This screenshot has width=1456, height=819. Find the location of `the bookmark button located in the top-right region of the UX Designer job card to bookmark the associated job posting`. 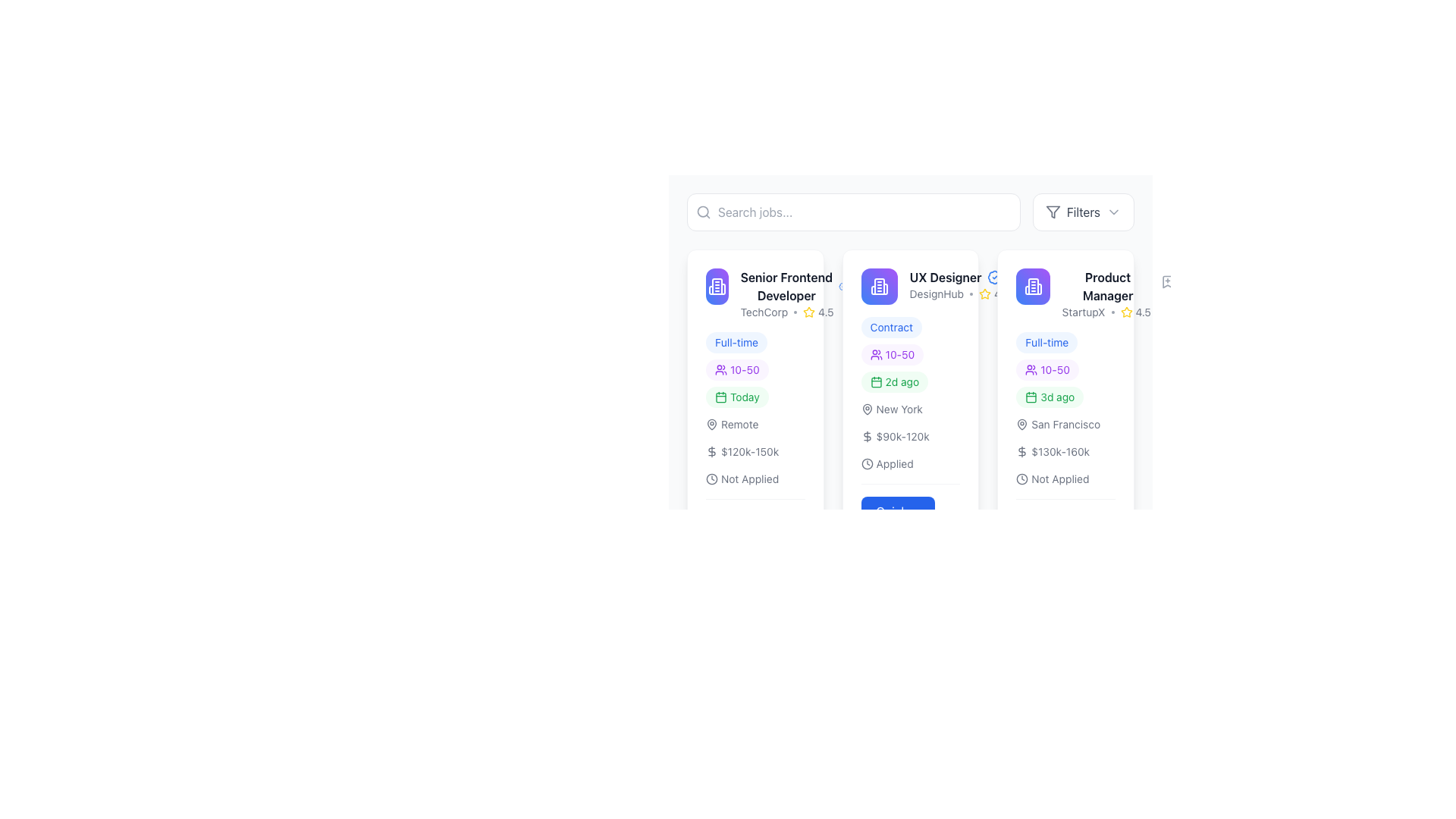

the bookmark button located in the top-right region of the UX Designer job card to bookmark the associated job posting is located at coordinates (861, 281).